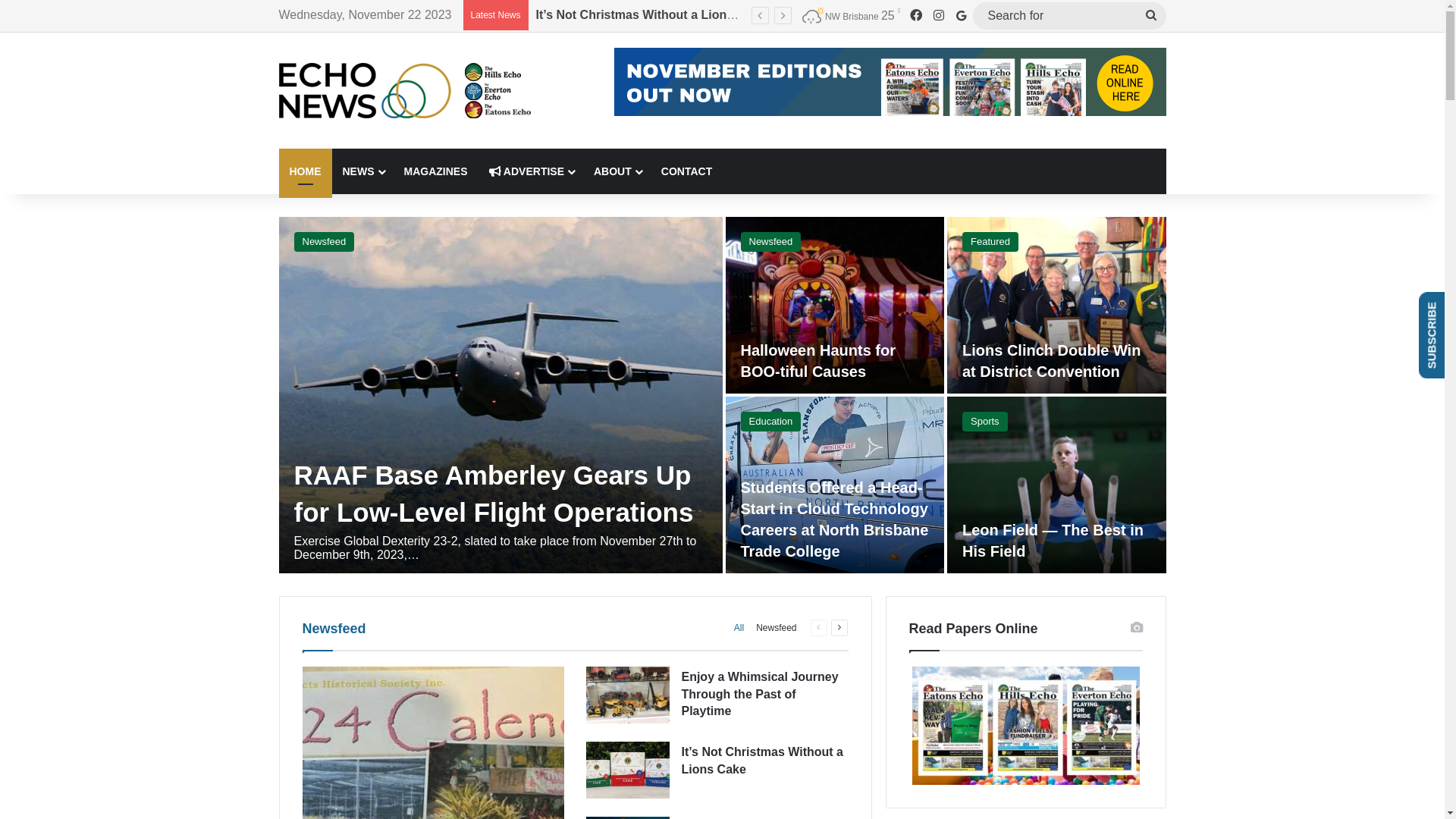  What do you see at coordinates (937, 15) in the screenshot?
I see `'Instagram'` at bounding box center [937, 15].